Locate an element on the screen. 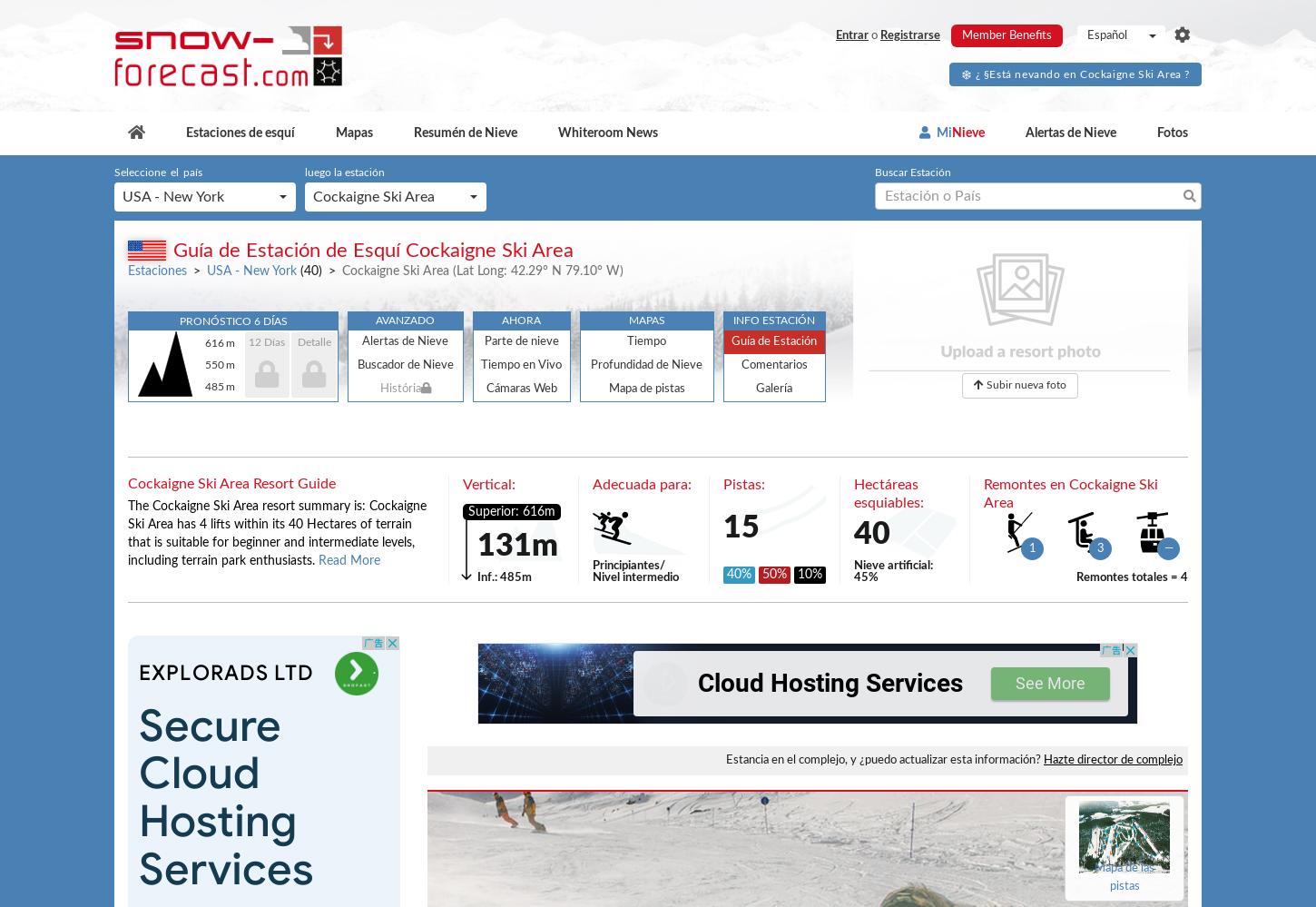 Image resolution: width=1316 pixels, height=907 pixels. ')' is located at coordinates (619, 271).